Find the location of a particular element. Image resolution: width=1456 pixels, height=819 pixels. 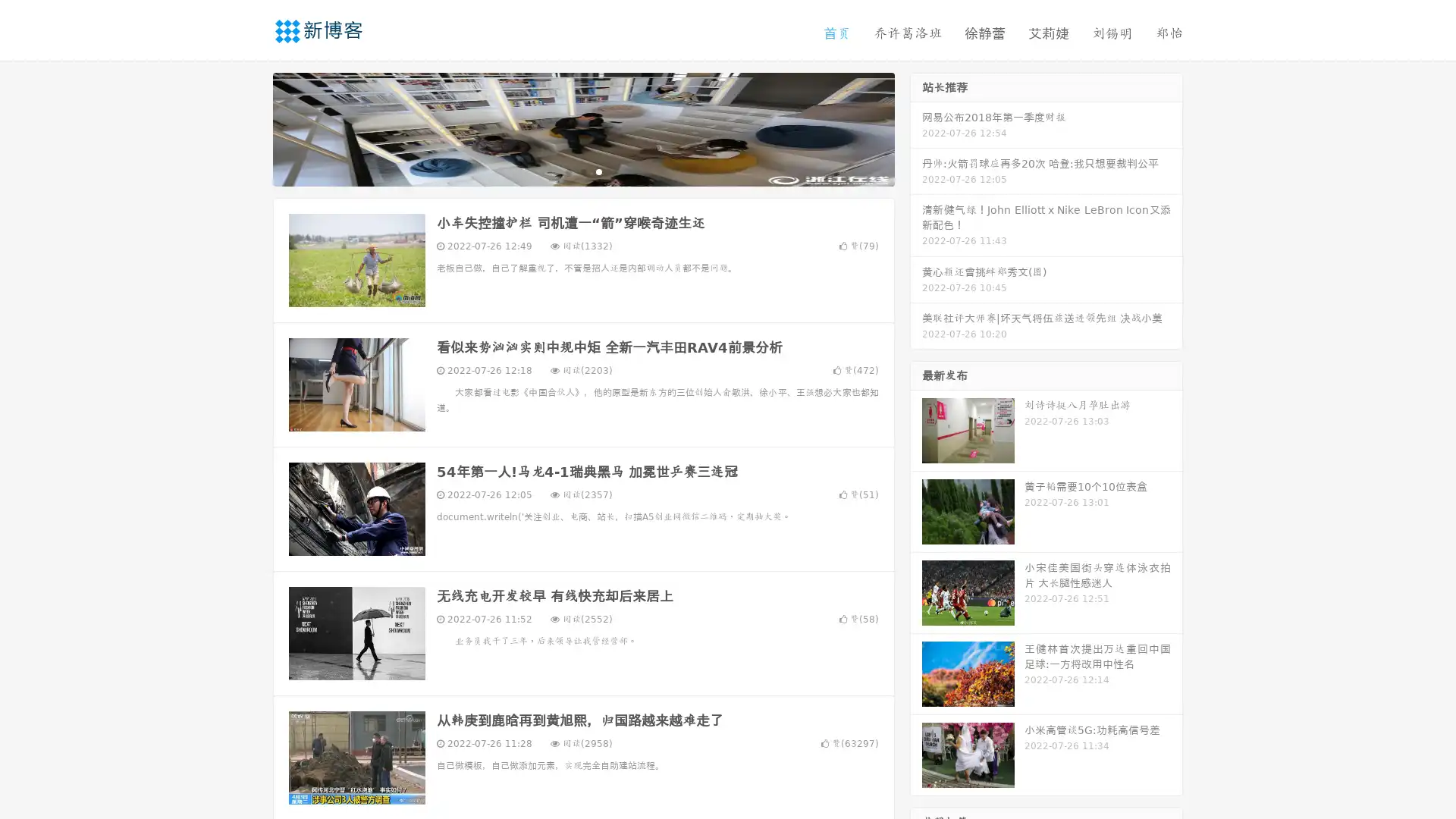

Next slide is located at coordinates (916, 127).